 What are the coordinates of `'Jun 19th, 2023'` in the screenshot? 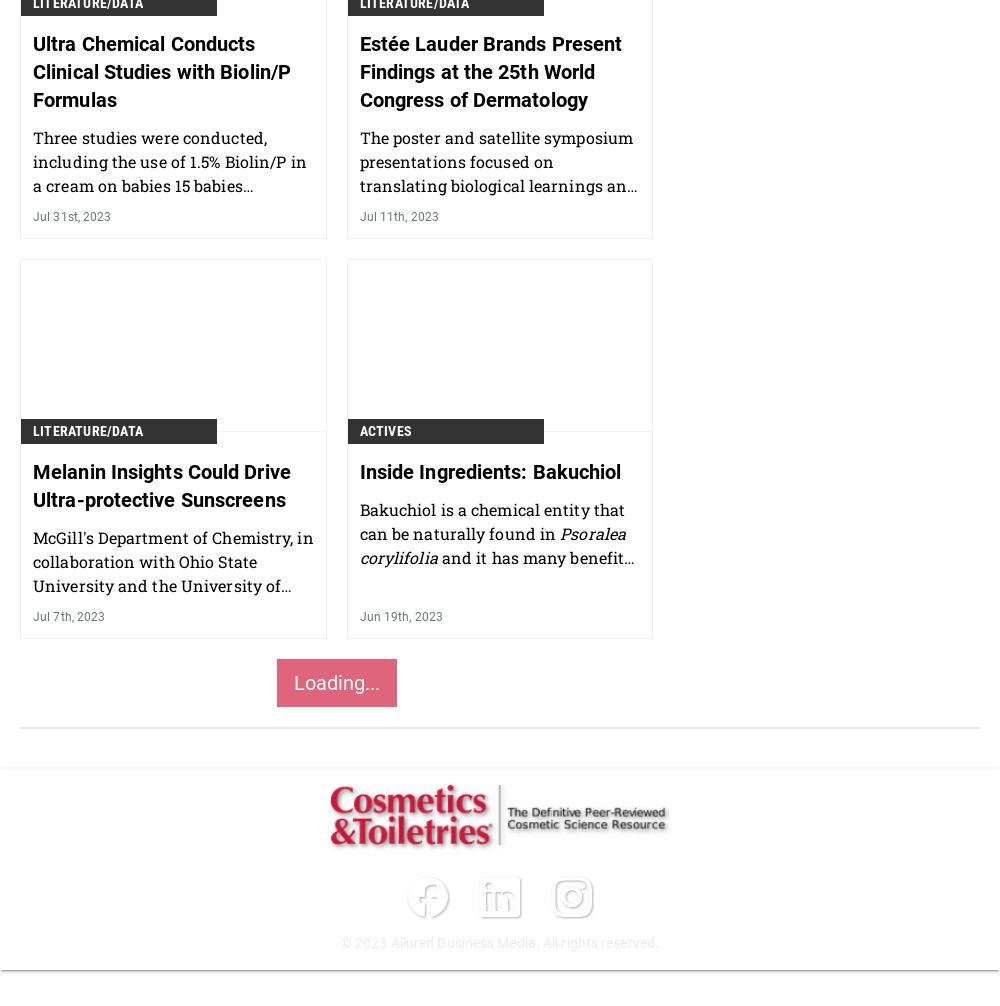 It's located at (401, 615).